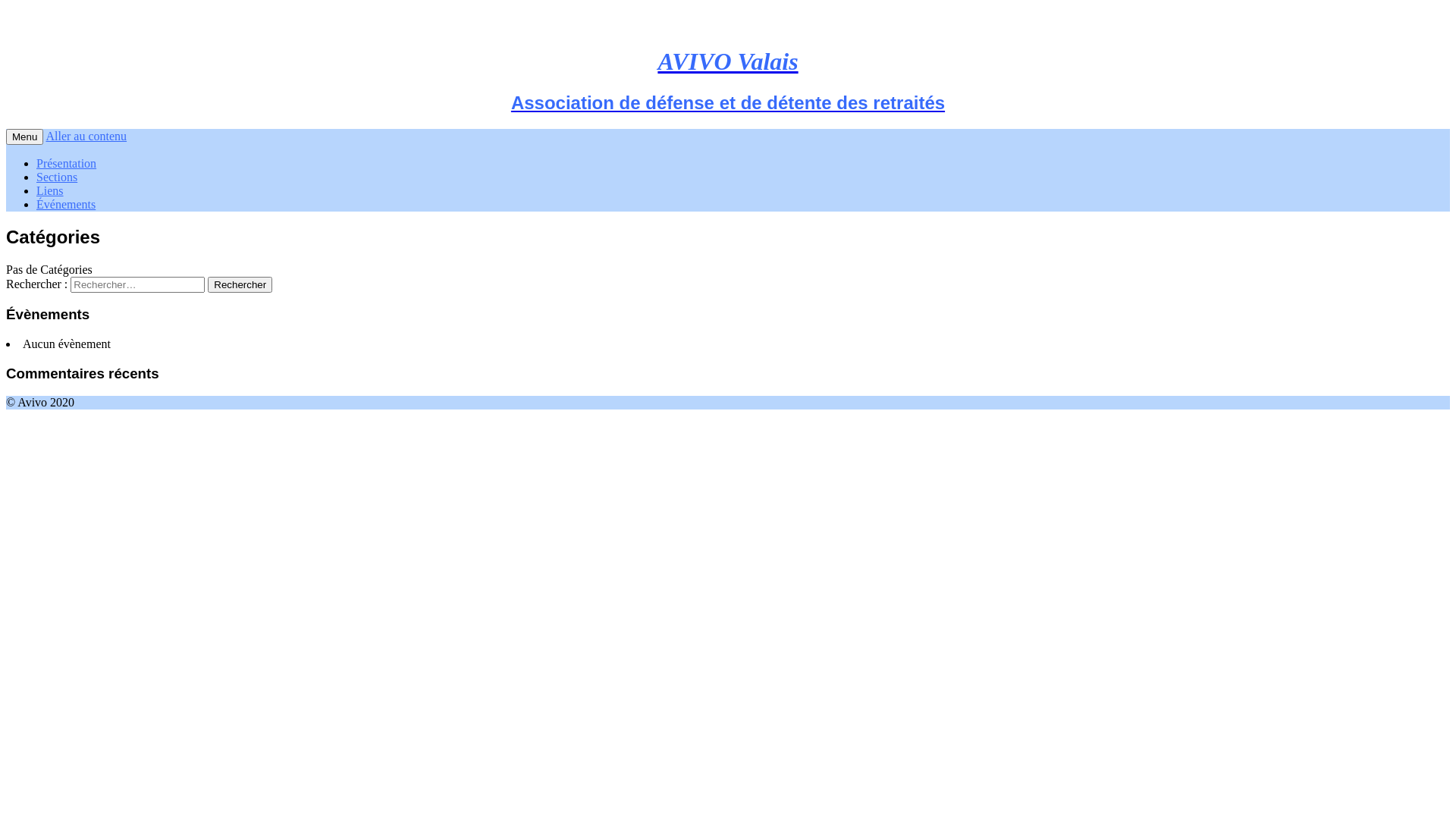  Describe the element at coordinates (206, 284) in the screenshot. I see `'Rechercher'` at that location.